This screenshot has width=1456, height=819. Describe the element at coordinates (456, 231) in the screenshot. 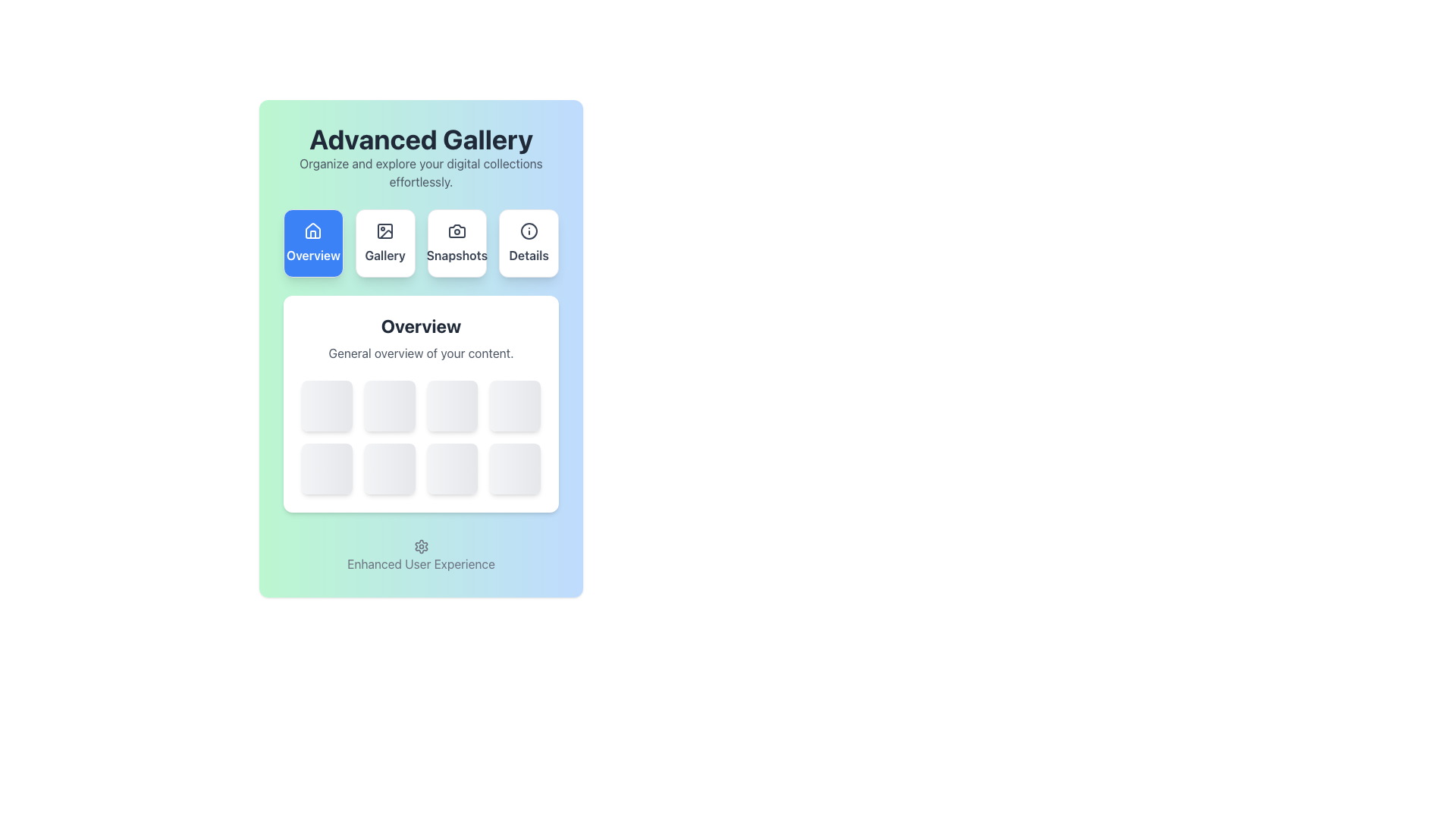

I see `the 'Snapshots' button containing the camera icon` at that location.